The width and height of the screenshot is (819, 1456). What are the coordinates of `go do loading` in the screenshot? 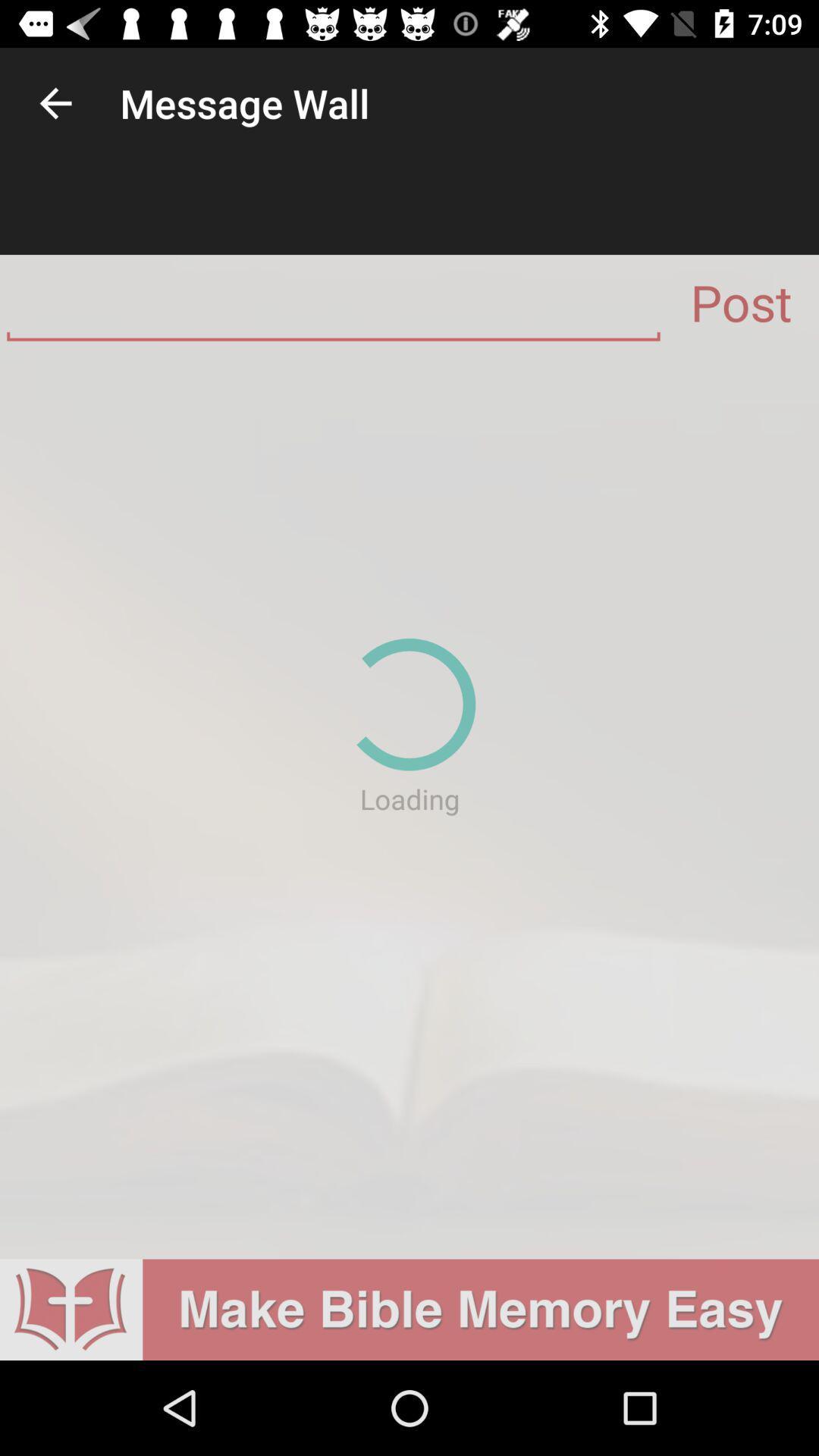 It's located at (409, 804).